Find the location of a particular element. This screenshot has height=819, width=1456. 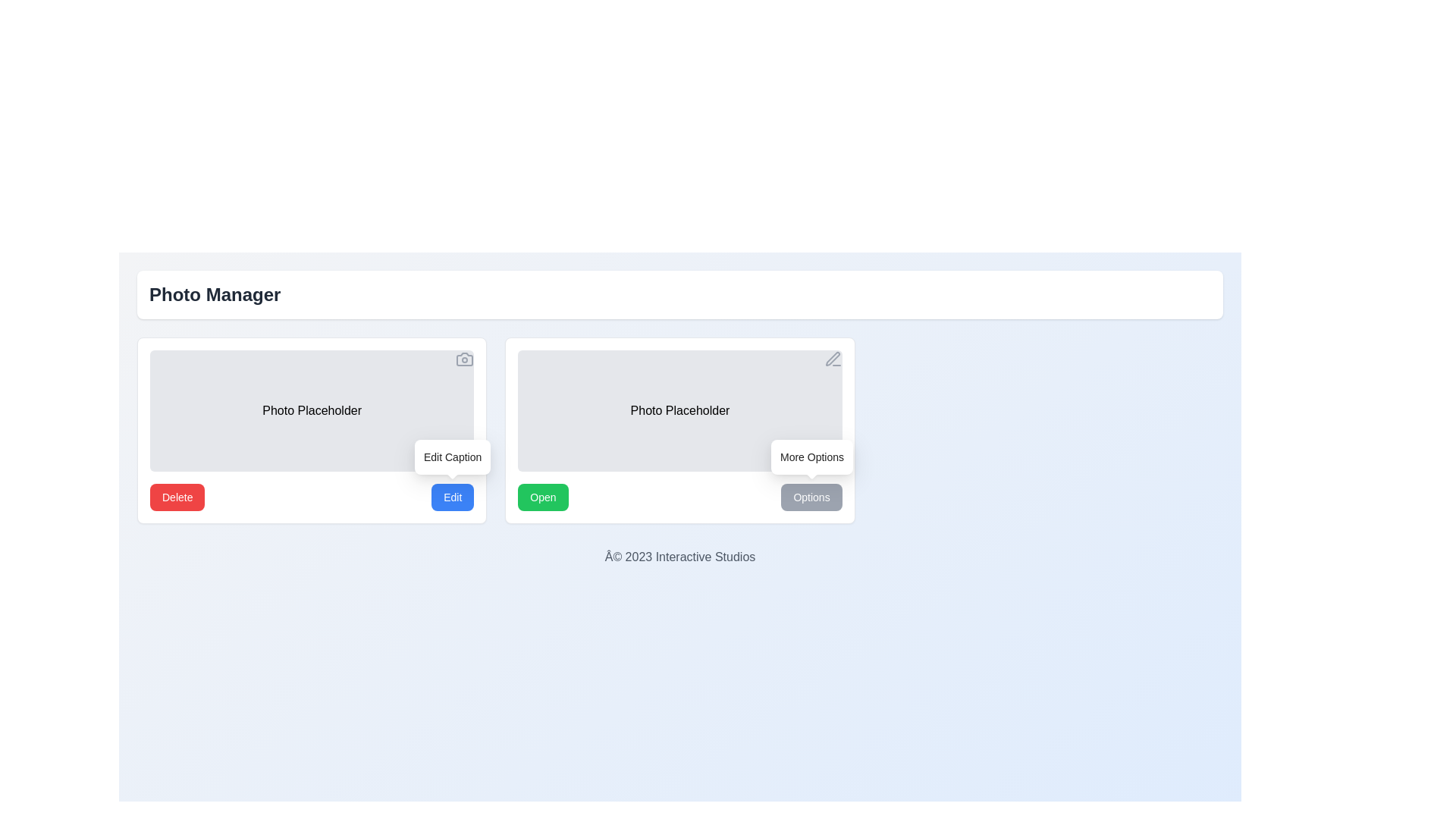

the camera icon located in the top-right corner of the first card, above the 'Photo Placeholder' text is located at coordinates (464, 359).